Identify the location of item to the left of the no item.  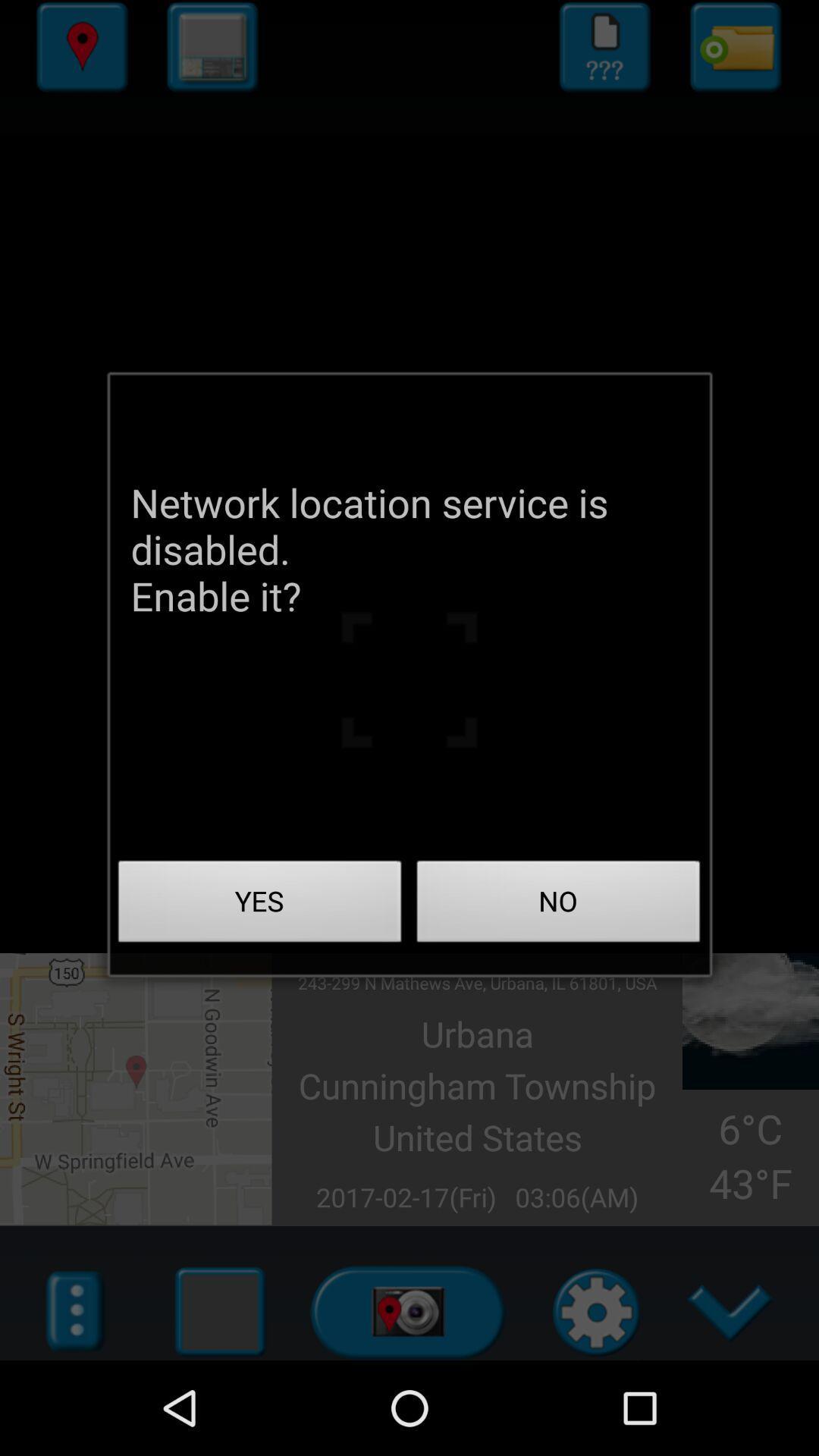
(259, 905).